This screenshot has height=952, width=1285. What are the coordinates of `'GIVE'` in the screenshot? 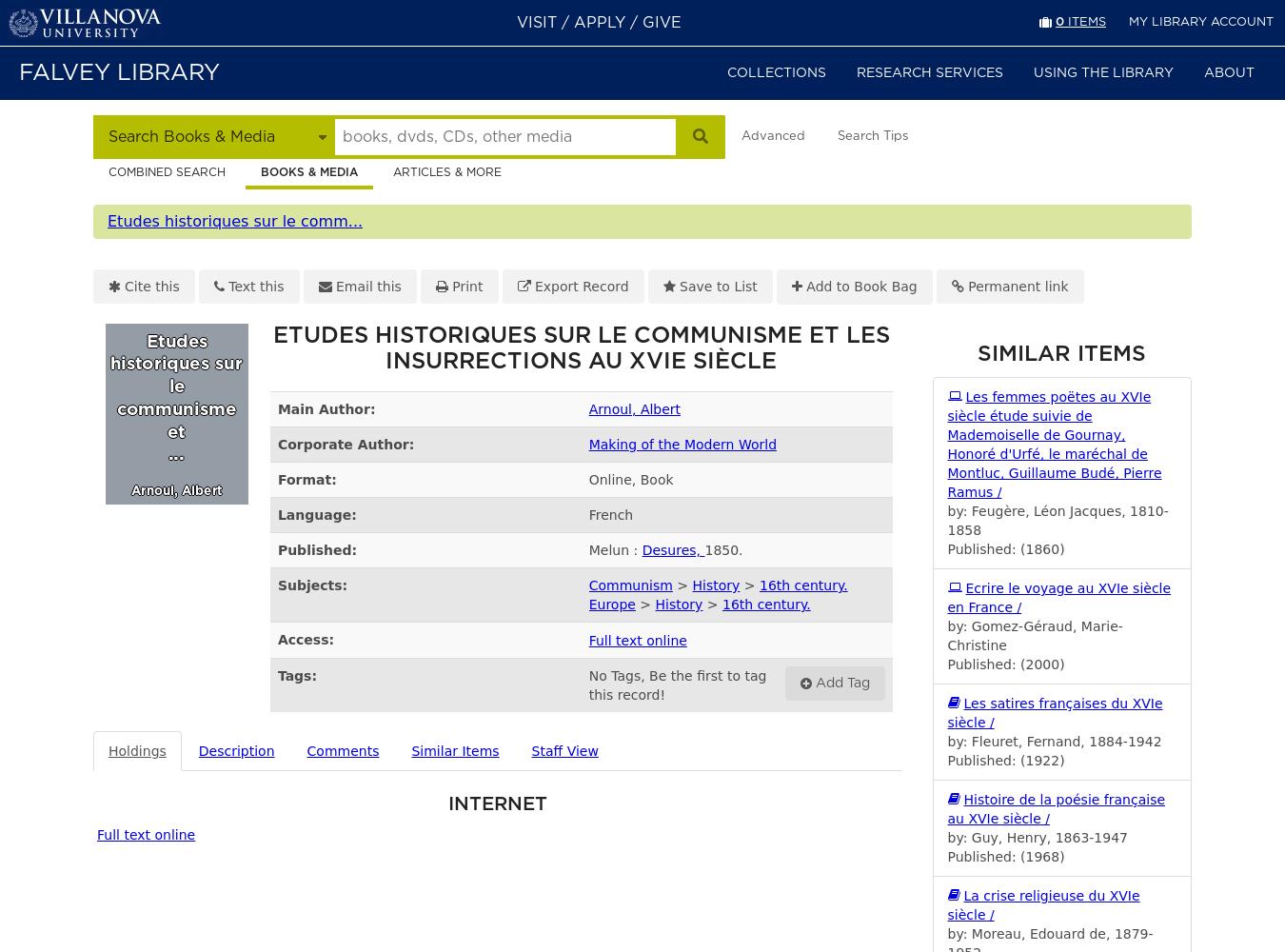 It's located at (661, 23).